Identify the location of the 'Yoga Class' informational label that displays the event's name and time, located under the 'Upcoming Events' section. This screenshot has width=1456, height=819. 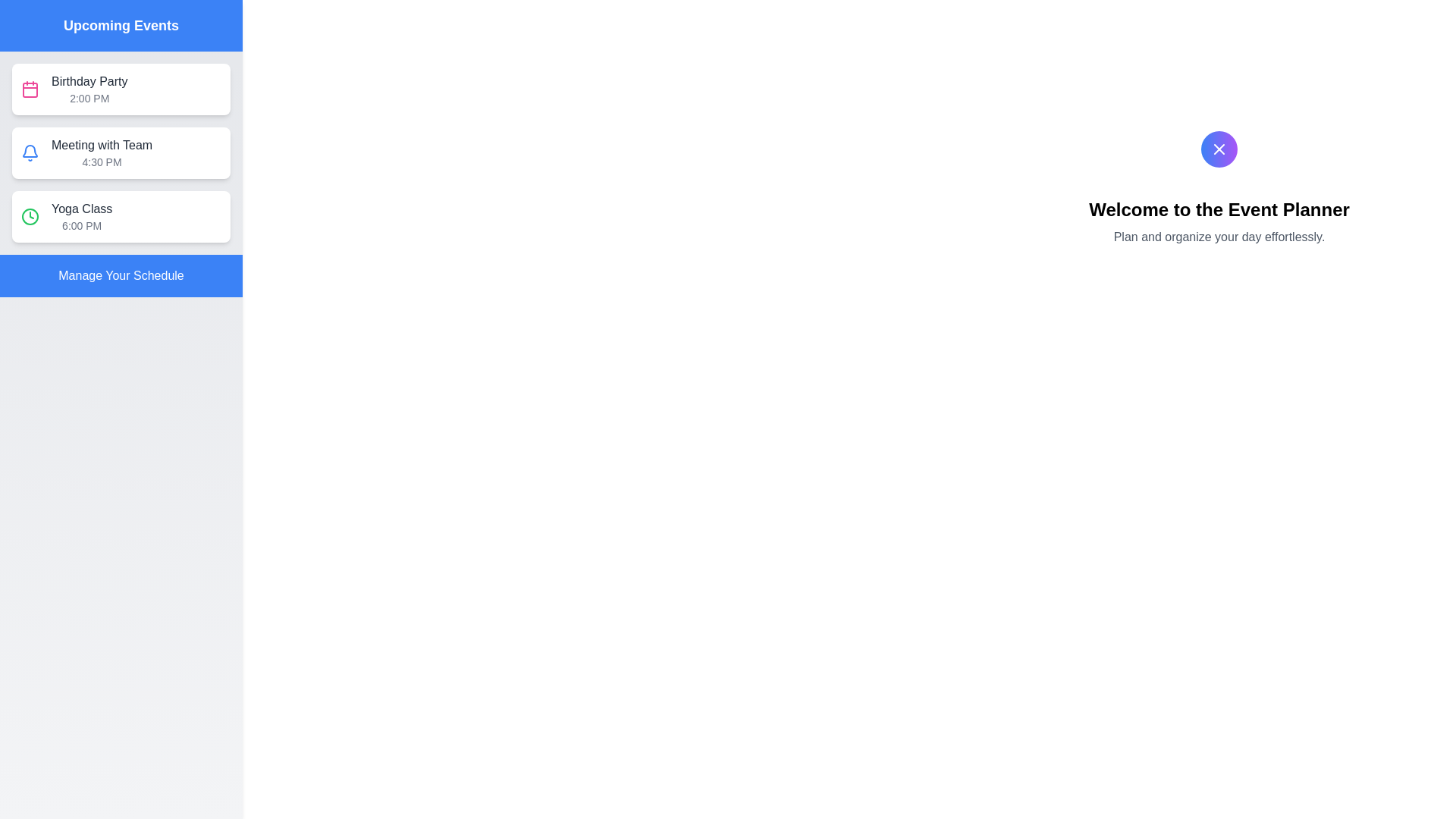
(81, 216).